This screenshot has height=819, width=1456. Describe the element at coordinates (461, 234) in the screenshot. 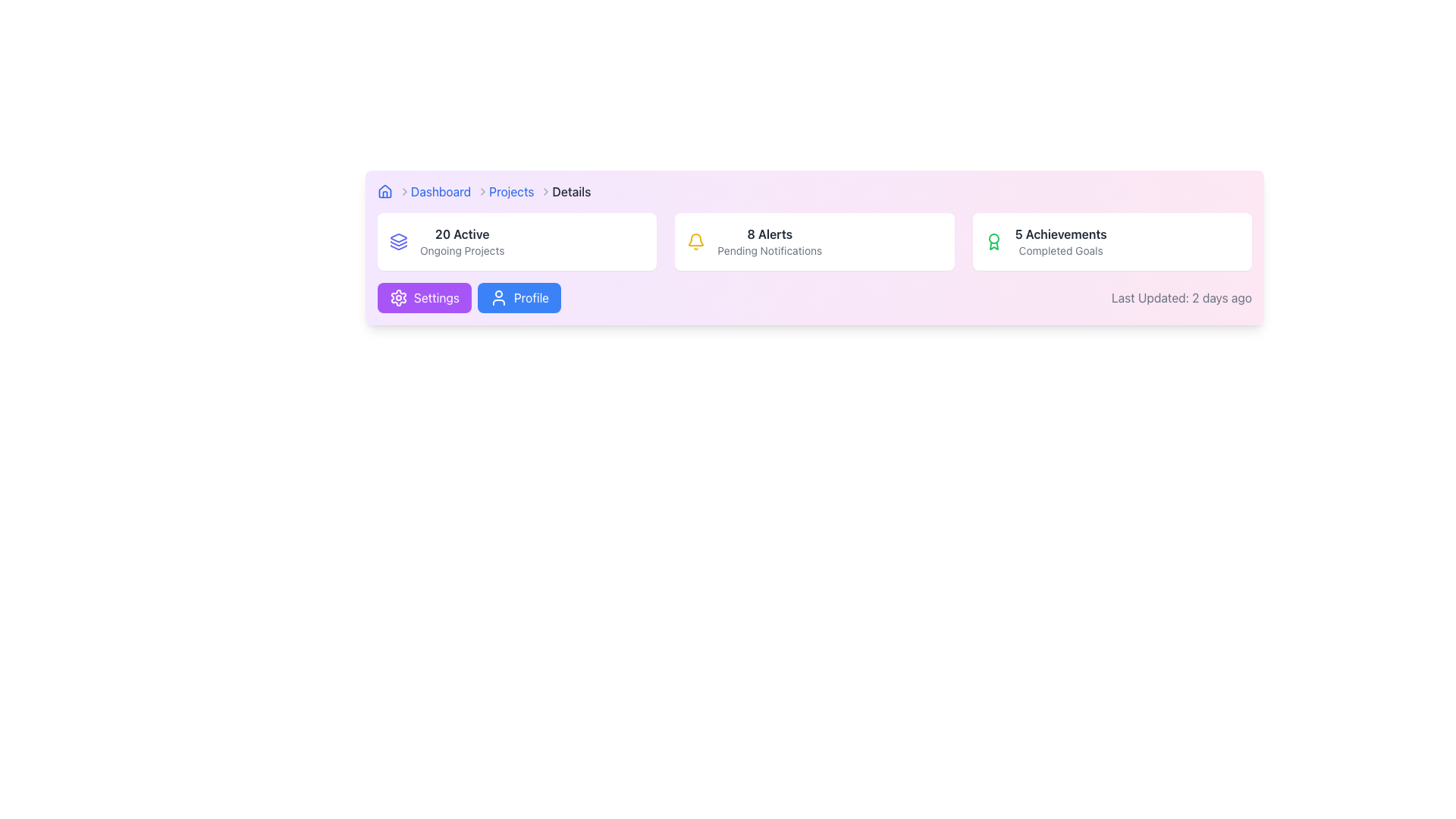

I see `text from the Text Label element that displays '20 Active', which is styled in bold, dark-gray and is positioned above 'Ongoing Projects'` at that location.